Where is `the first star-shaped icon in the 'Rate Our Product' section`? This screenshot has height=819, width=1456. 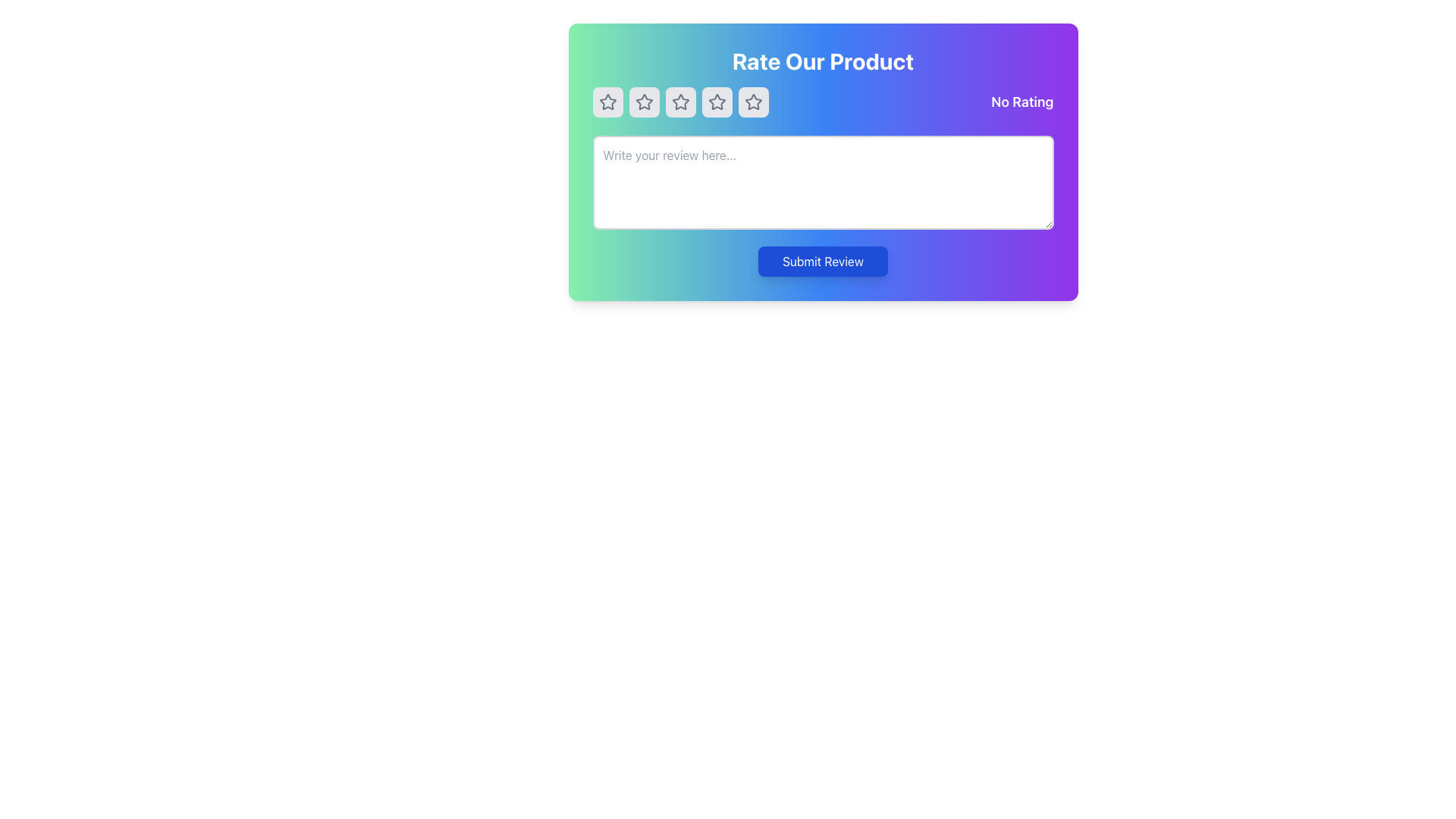 the first star-shaped icon in the 'Rate Our Product' section is located at coordinates (607, 102).